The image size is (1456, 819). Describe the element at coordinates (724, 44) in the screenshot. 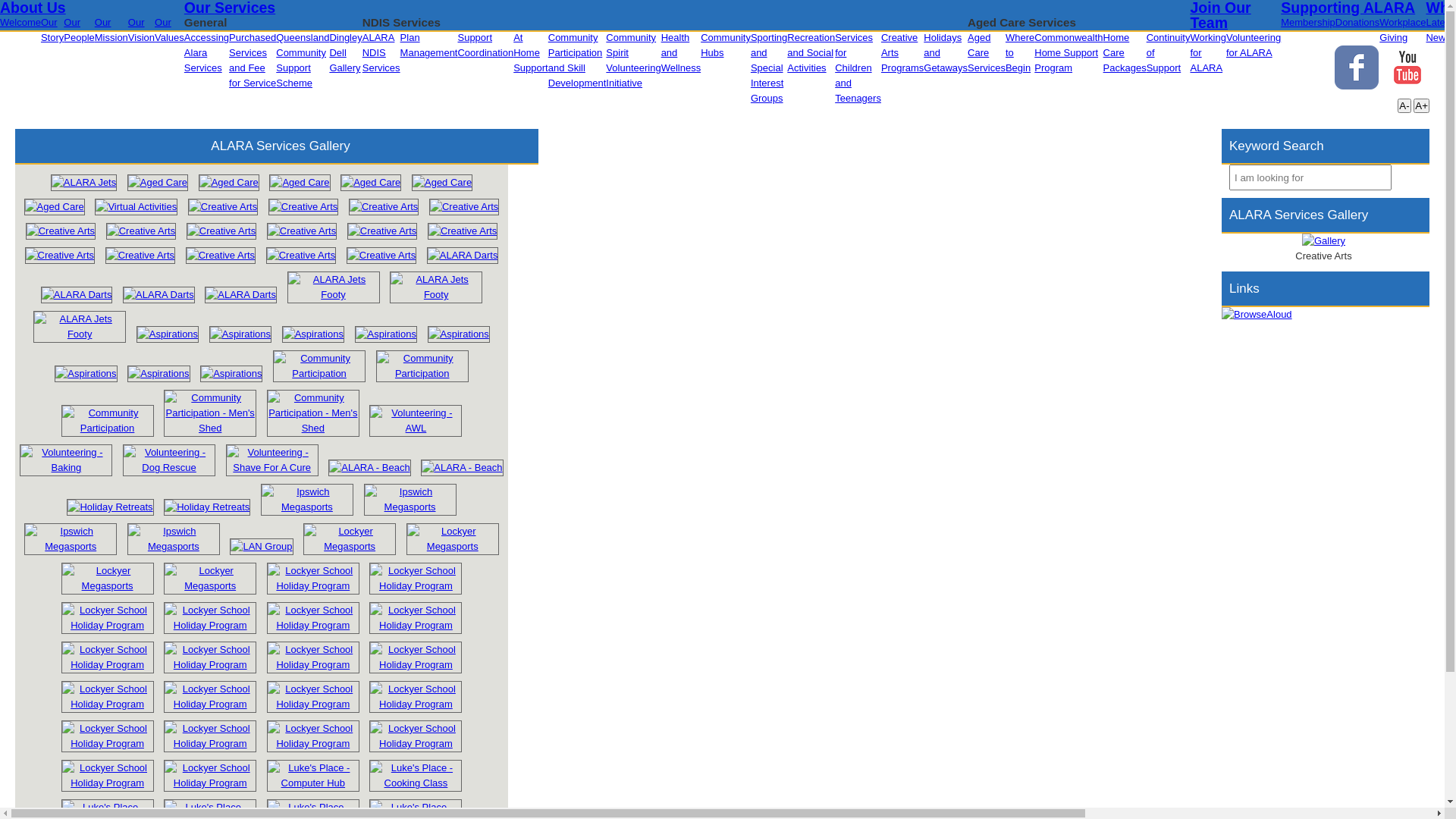

I see `'Community Hubs'` at that location.